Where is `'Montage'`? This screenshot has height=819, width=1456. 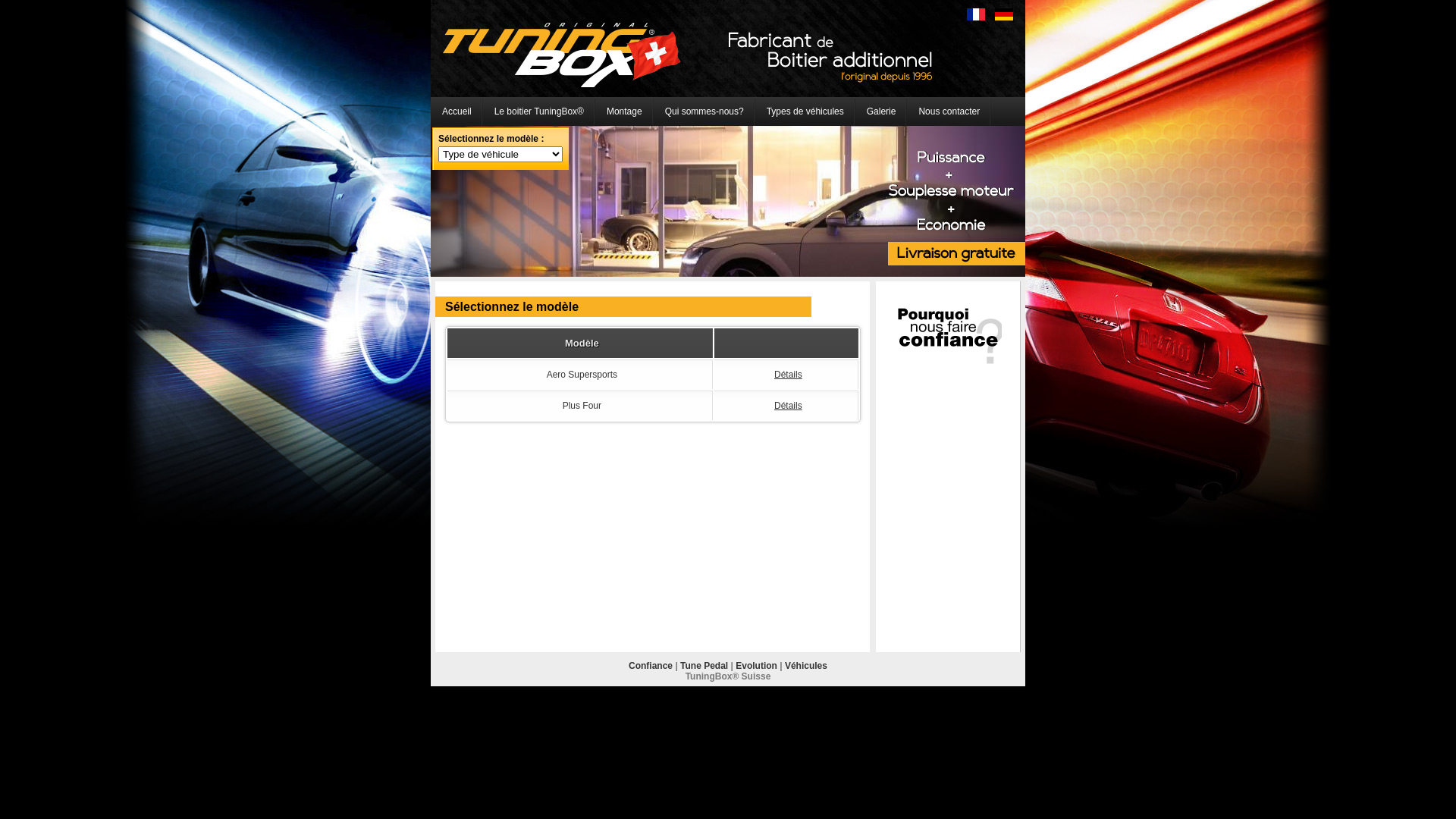
'Montage' is located at coordinates (624, 110).